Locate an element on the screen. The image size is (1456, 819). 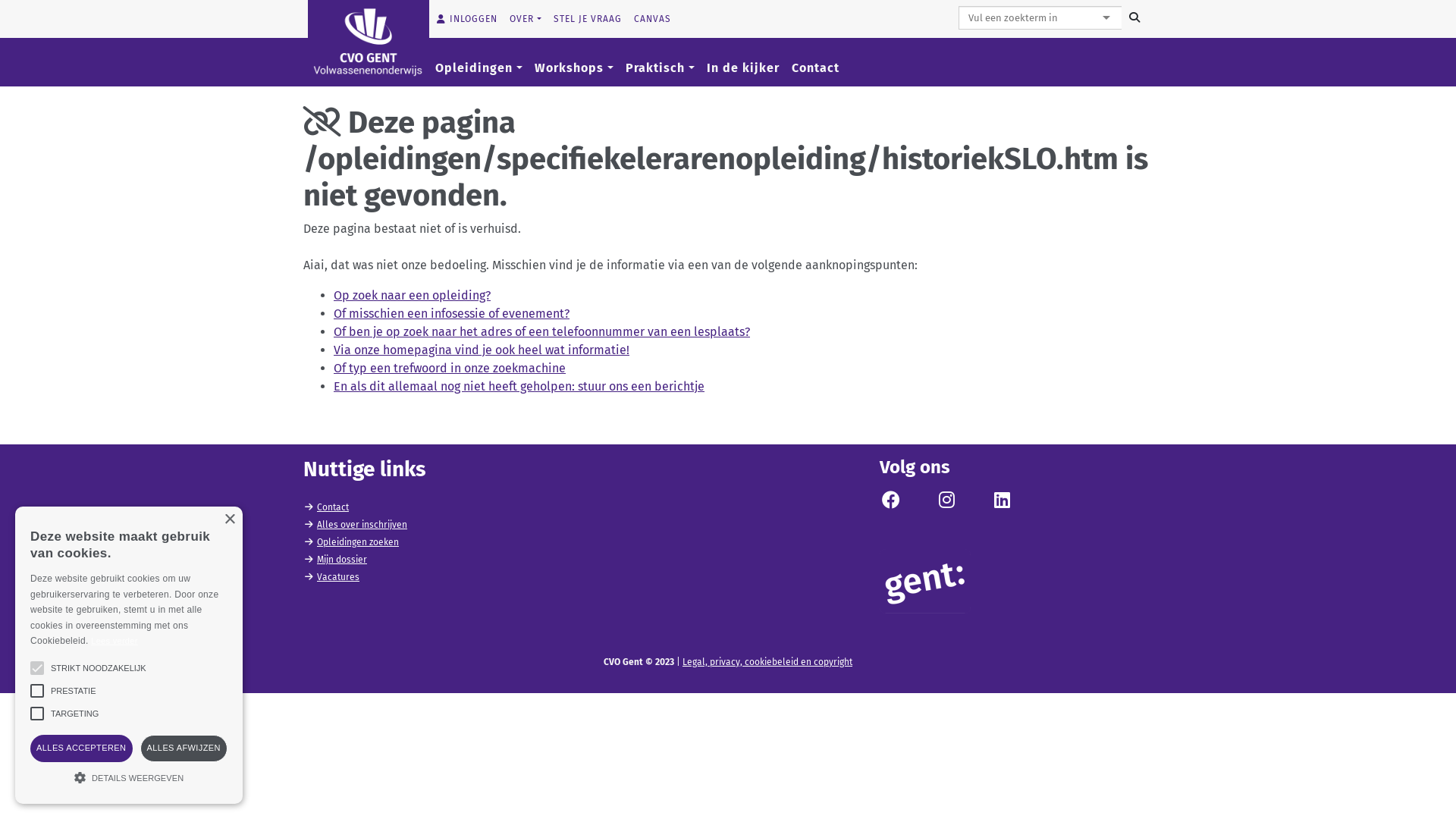
'Of typ een trefwoord in onze zoekmachine' is located at coordinates (449, 368).